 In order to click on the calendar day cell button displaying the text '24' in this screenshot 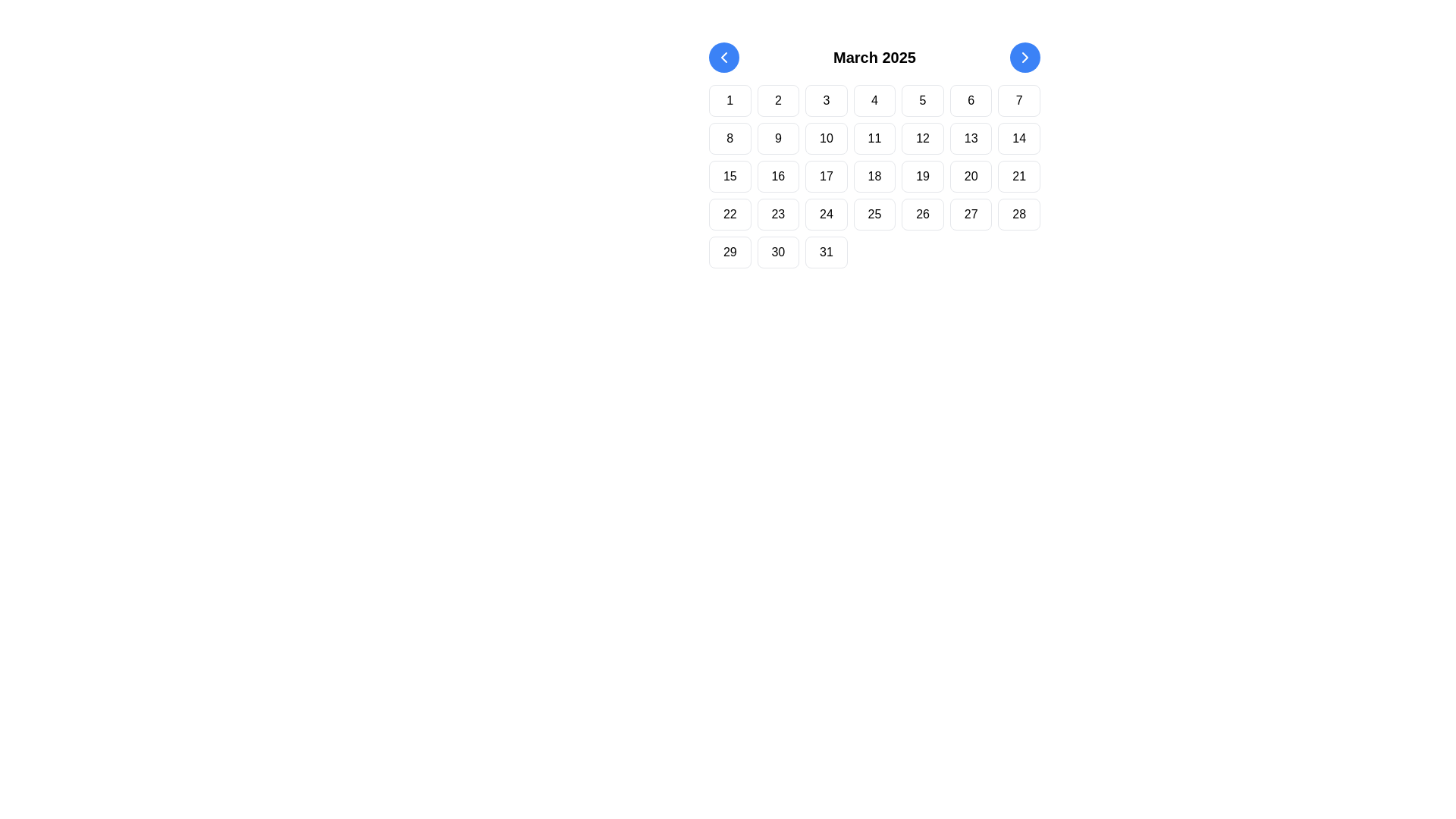, I will do `click(825, 214)`.